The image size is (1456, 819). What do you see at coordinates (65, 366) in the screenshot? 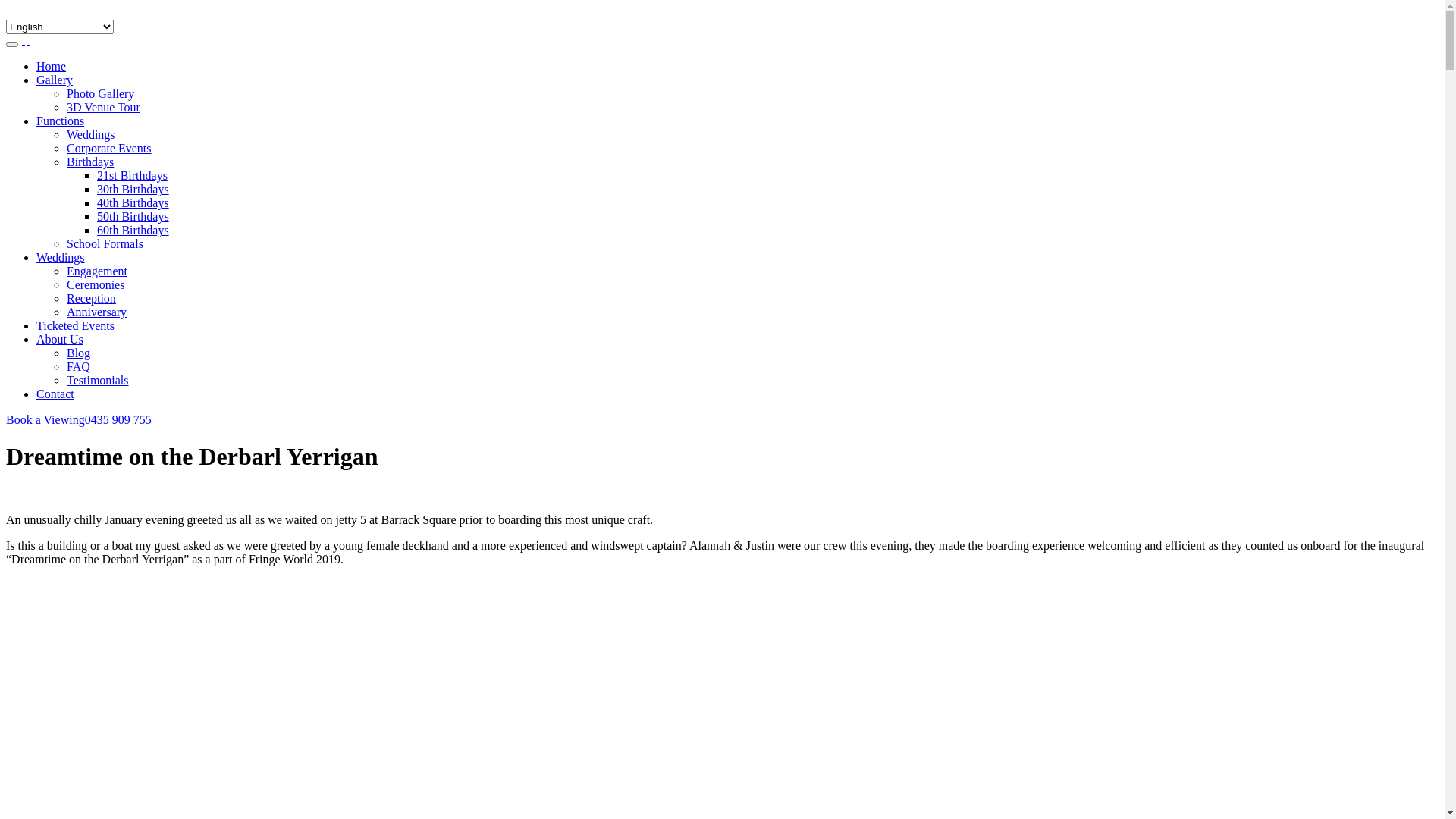
I see `'FAQ'` at bounding box center [65, 366].